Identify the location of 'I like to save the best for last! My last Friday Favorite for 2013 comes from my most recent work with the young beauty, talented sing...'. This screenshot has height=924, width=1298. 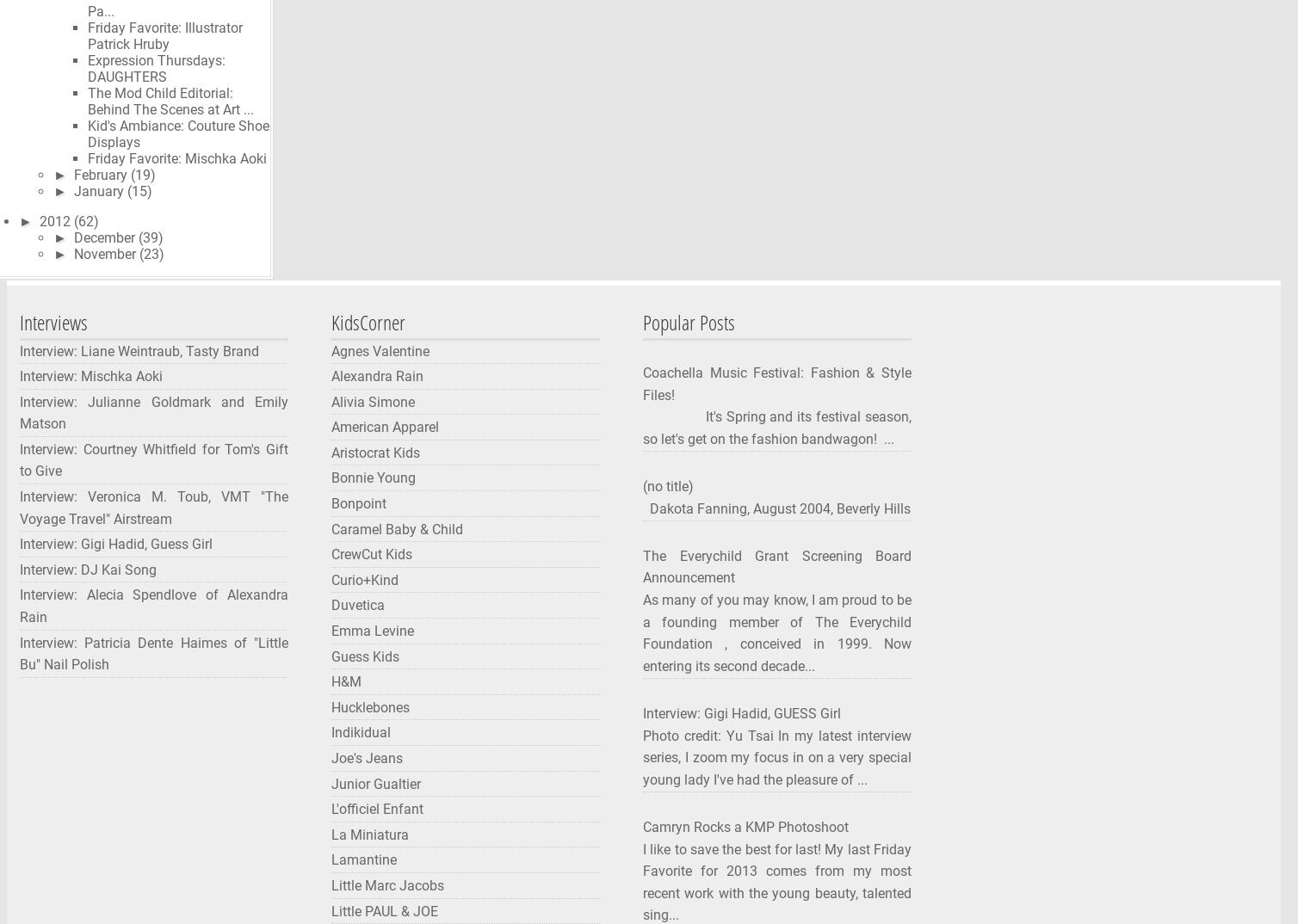
(642, 882).